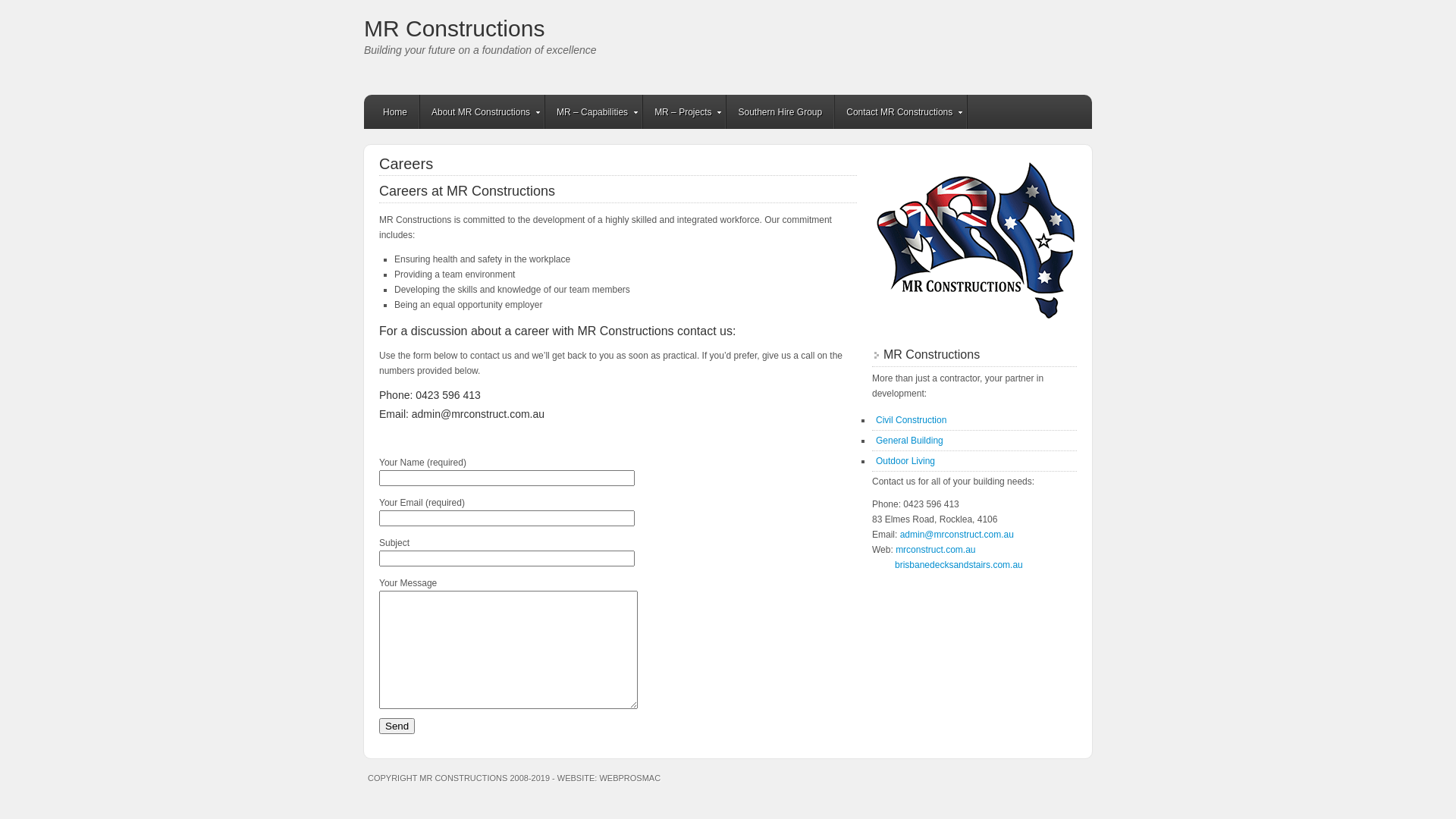 The image size is (1456, 819). Describe the element at coordinates (876, 460) in the screenshot. I see `'Outdoor Living'` at that location.